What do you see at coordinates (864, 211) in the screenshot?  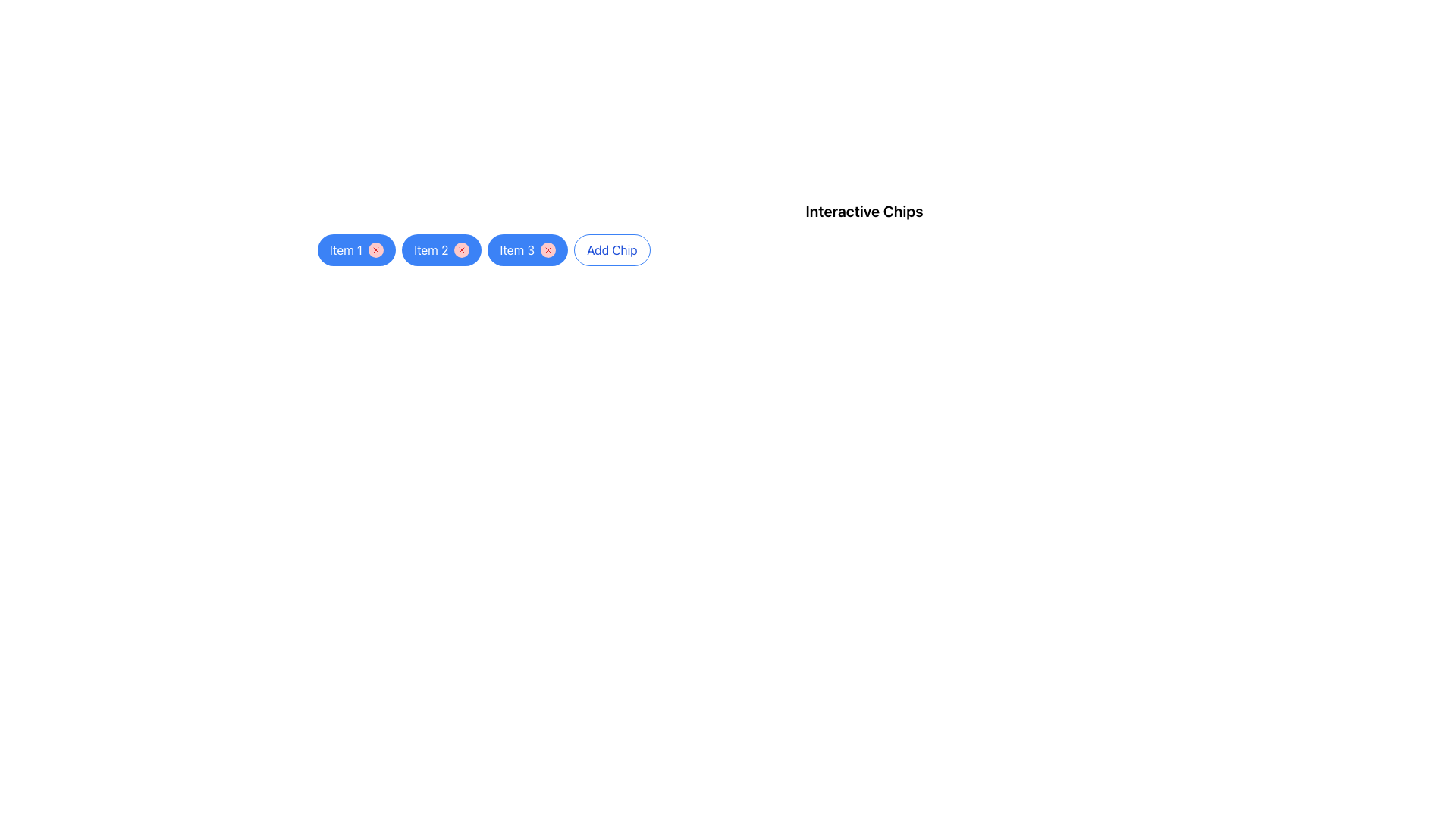 I see `the 'Interactive Chips' text label, which is a bold and enlarged label located at the top of the section containing interactive chips` at bounding box center [864, 211].